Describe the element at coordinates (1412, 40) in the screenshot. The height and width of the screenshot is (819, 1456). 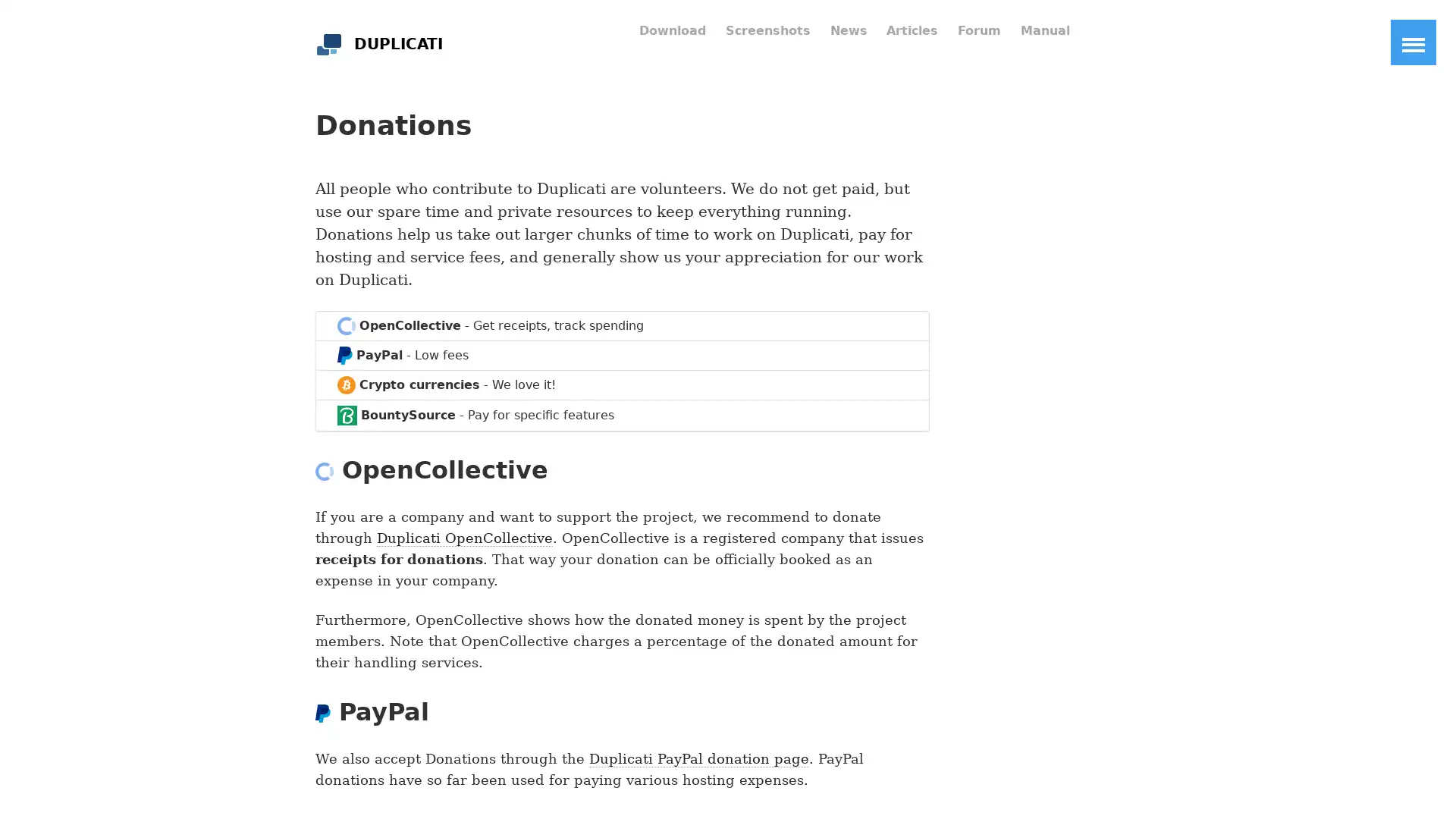
I see `Toggle Navigation` at that location.